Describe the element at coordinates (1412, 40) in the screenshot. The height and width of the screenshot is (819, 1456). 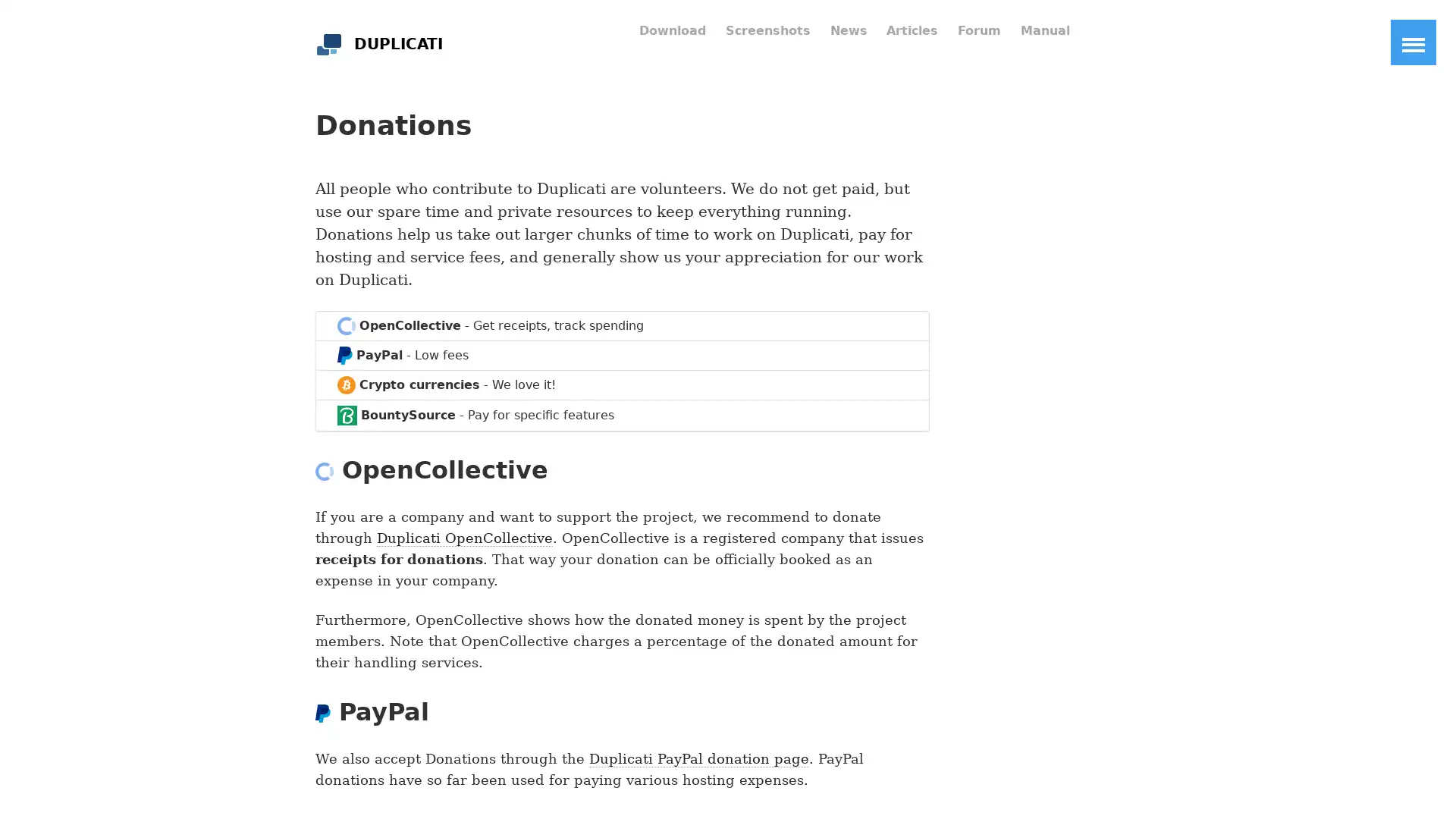
I see `Toggle Navigation` at that location.